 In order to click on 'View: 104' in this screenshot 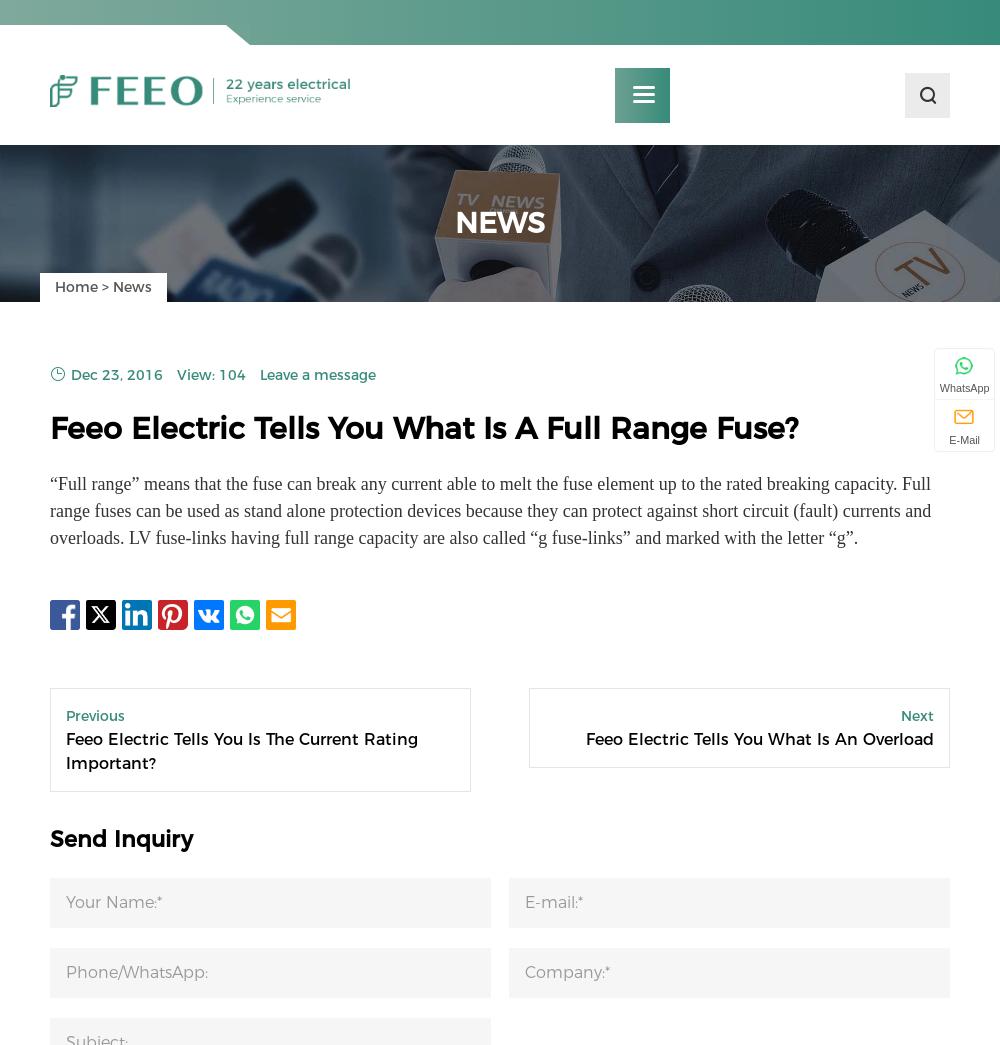, I will do `click(210, 383)`.